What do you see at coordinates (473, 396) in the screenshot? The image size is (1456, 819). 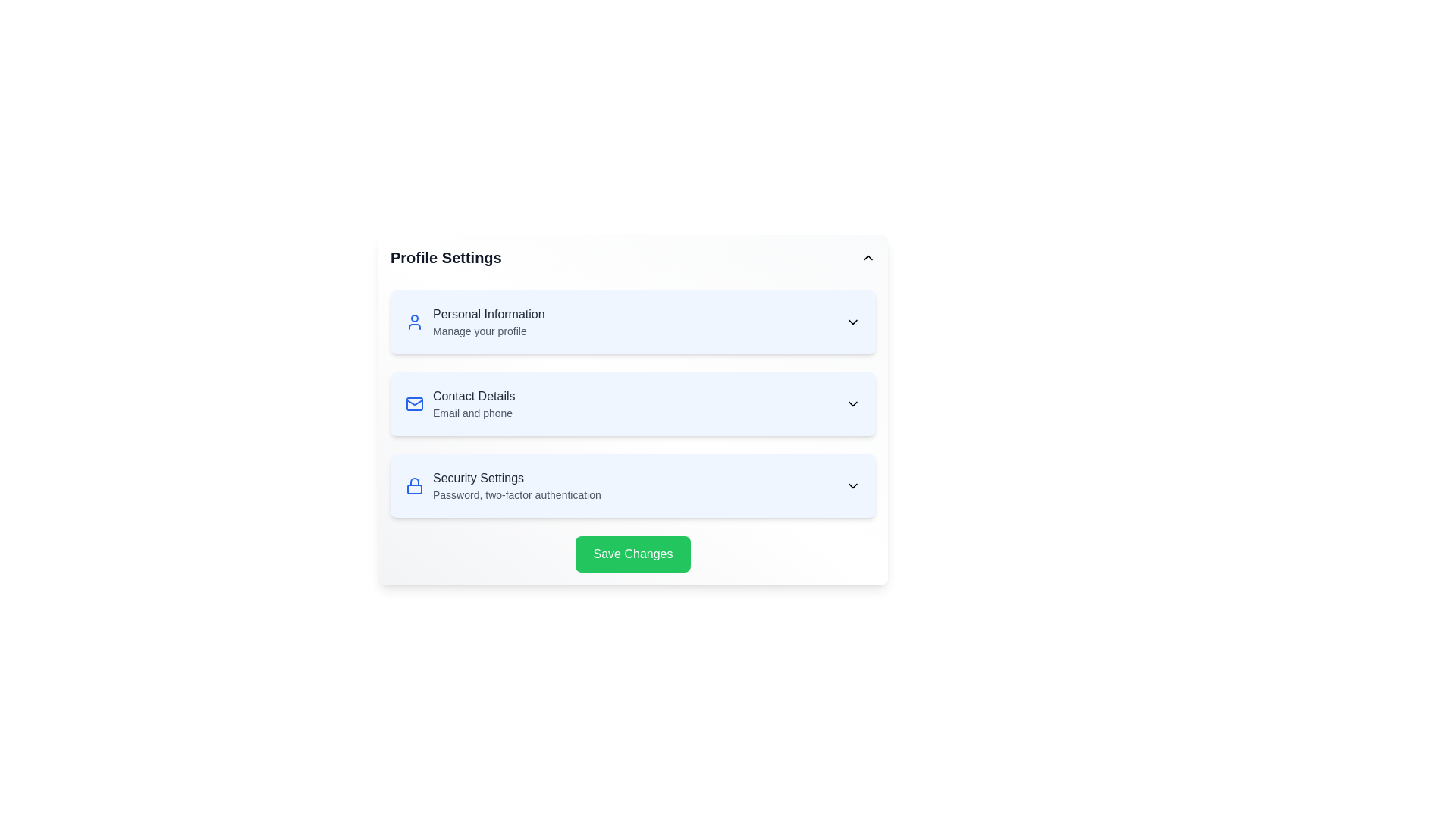 I see `the Text Label that serves as a heading for the contact details section, located in the second collapsible section with a mail icon on the left` at bounding box center [473, 396].